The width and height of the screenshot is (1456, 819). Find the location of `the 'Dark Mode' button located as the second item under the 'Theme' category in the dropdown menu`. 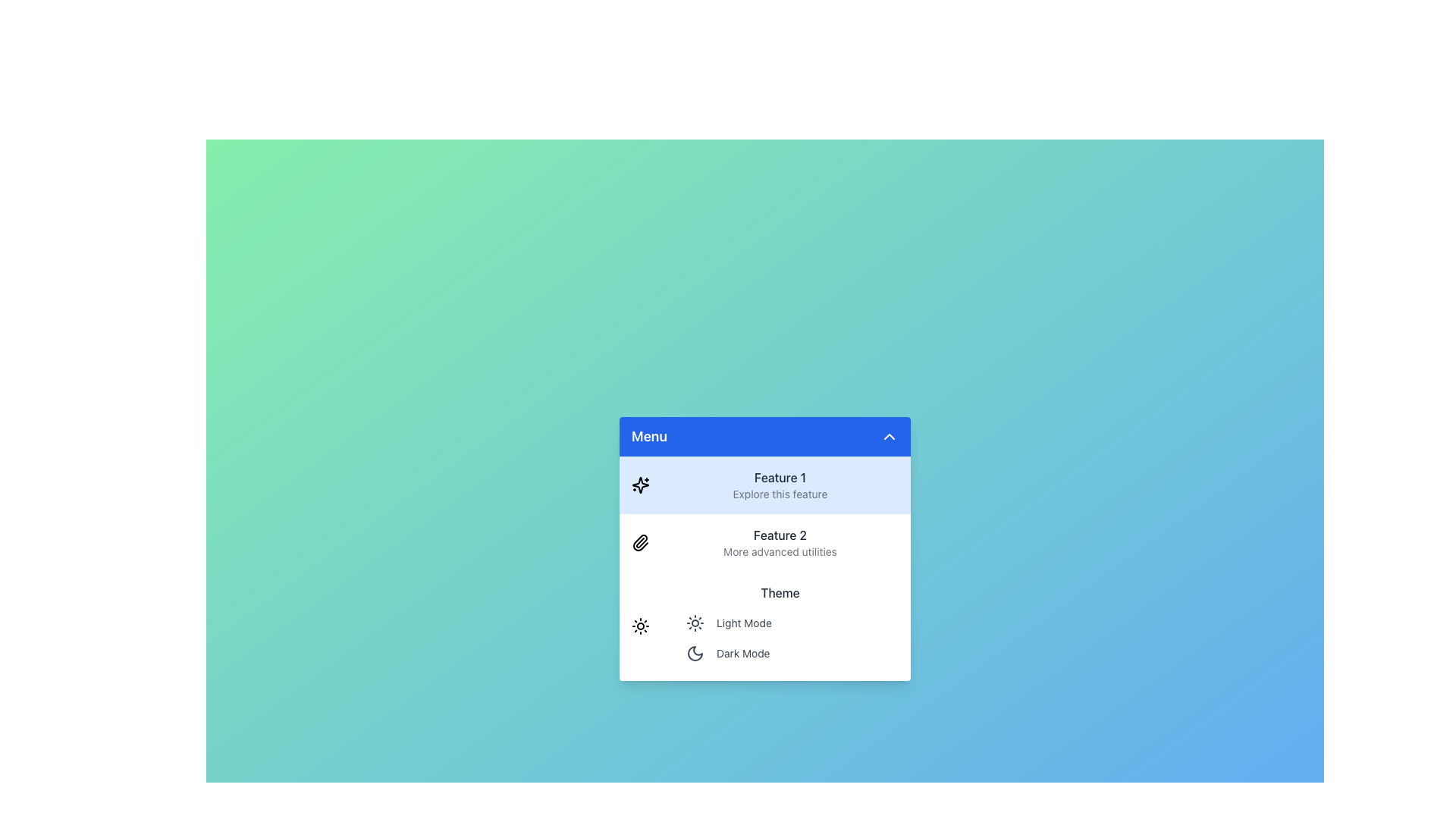

the 'Dark Mode' button located as the second item under the 'Theme' category in the dropdown menu is located at coordinates (789, 652).